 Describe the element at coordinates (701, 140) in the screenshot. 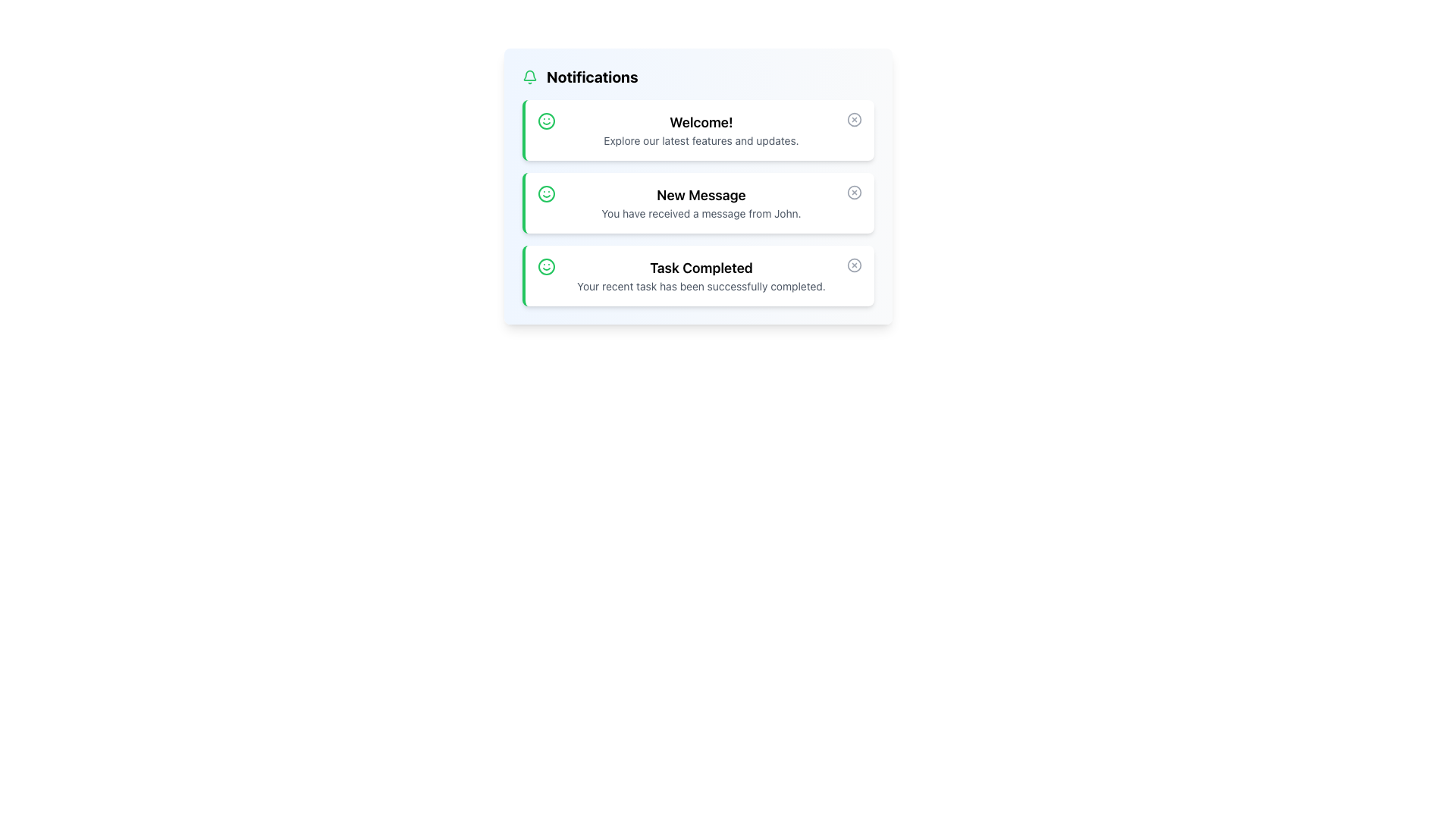

I see `the text label that reads 'Explore our latest features and updates.', which is positioned below the bold 'Welcome!' text in the top-left section of the central notification card layout` at that location.